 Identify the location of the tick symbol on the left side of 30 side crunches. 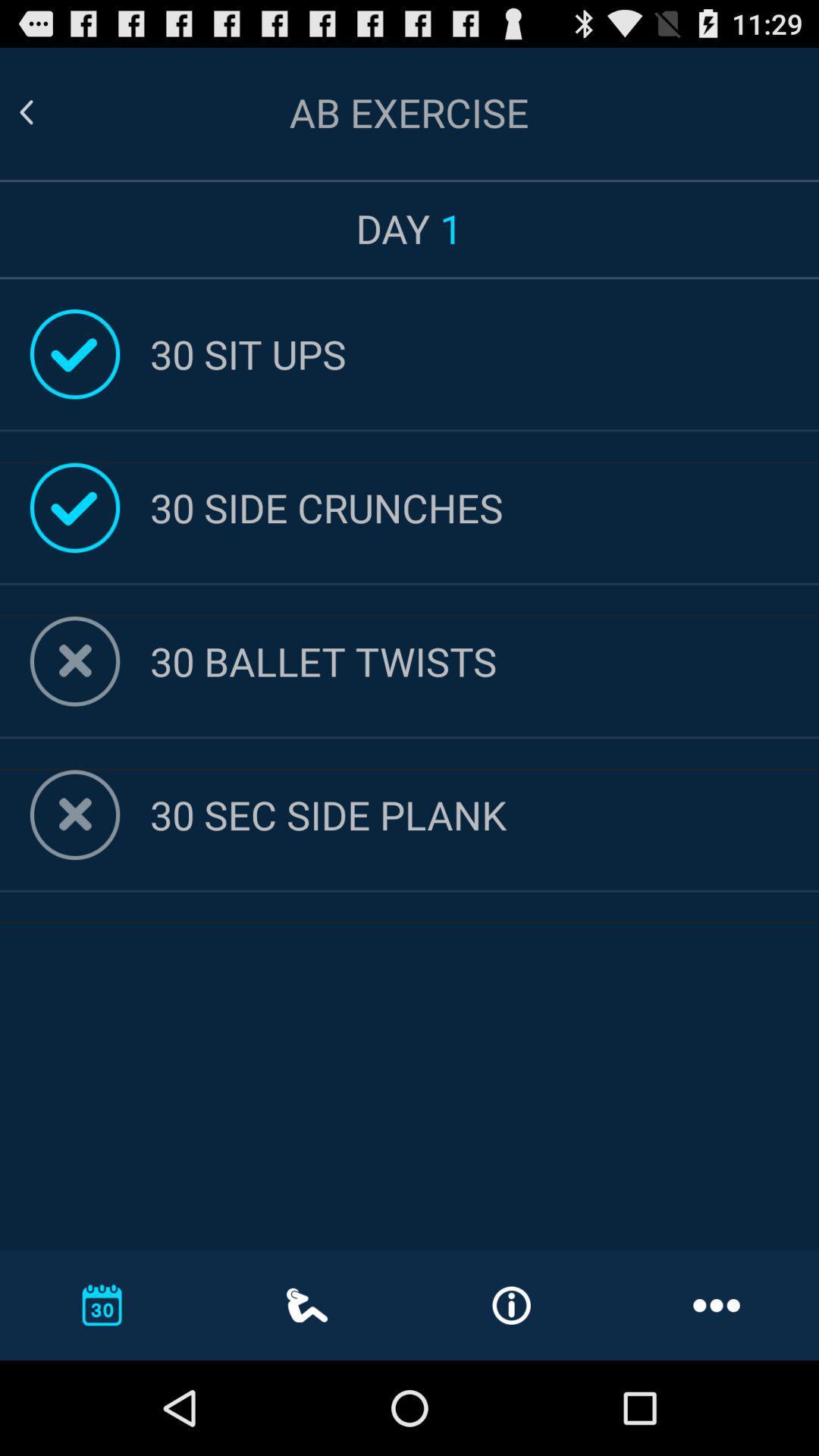
(75, 508).